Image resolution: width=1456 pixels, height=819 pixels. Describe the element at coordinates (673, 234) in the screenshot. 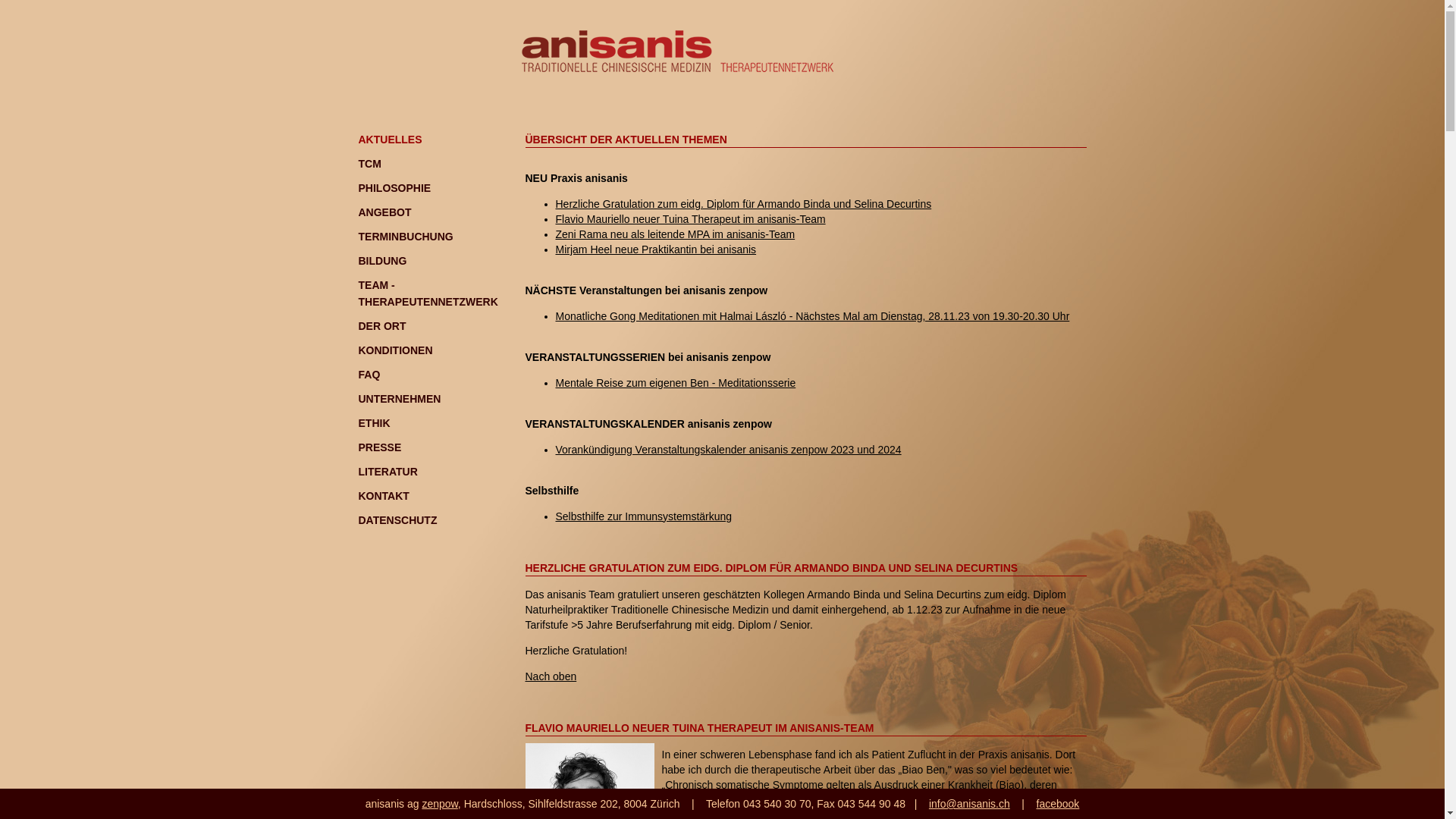

I see `'Zeni Rama neu als leitende MPA im anisanis-Team'` at that location.